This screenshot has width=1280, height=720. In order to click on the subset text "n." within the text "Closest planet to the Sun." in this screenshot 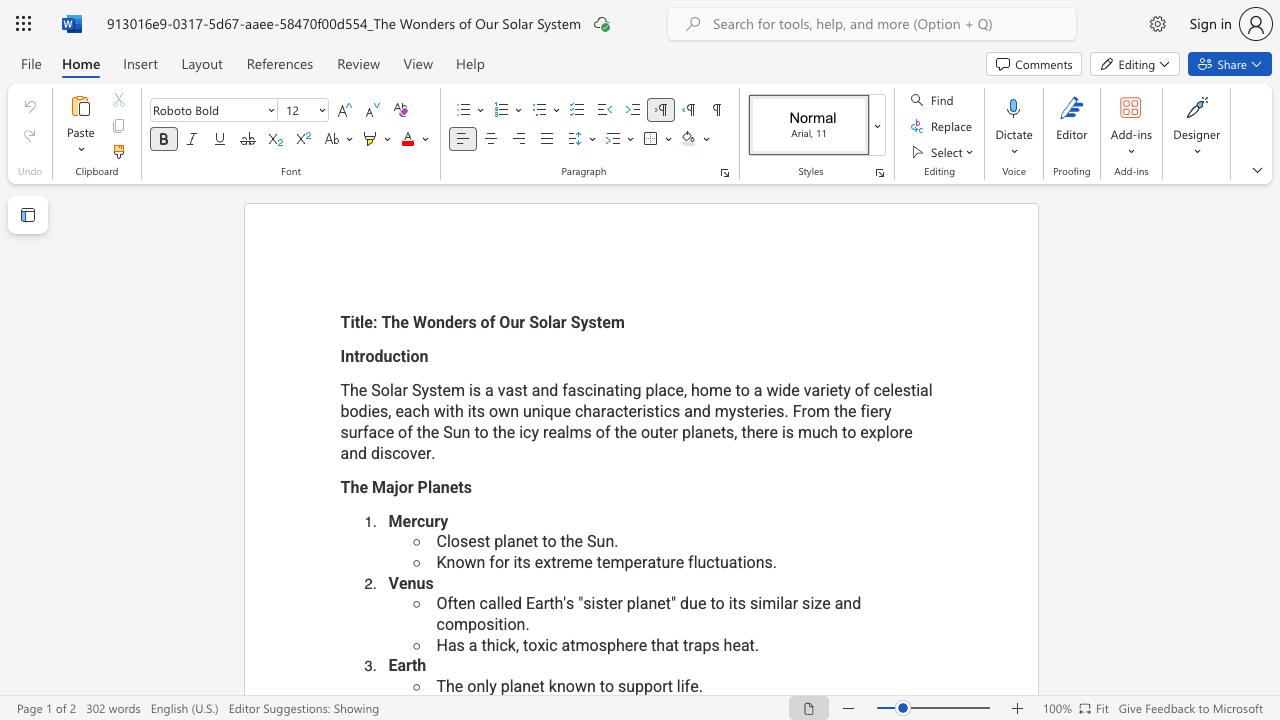, I will do `click(604, 541)`.